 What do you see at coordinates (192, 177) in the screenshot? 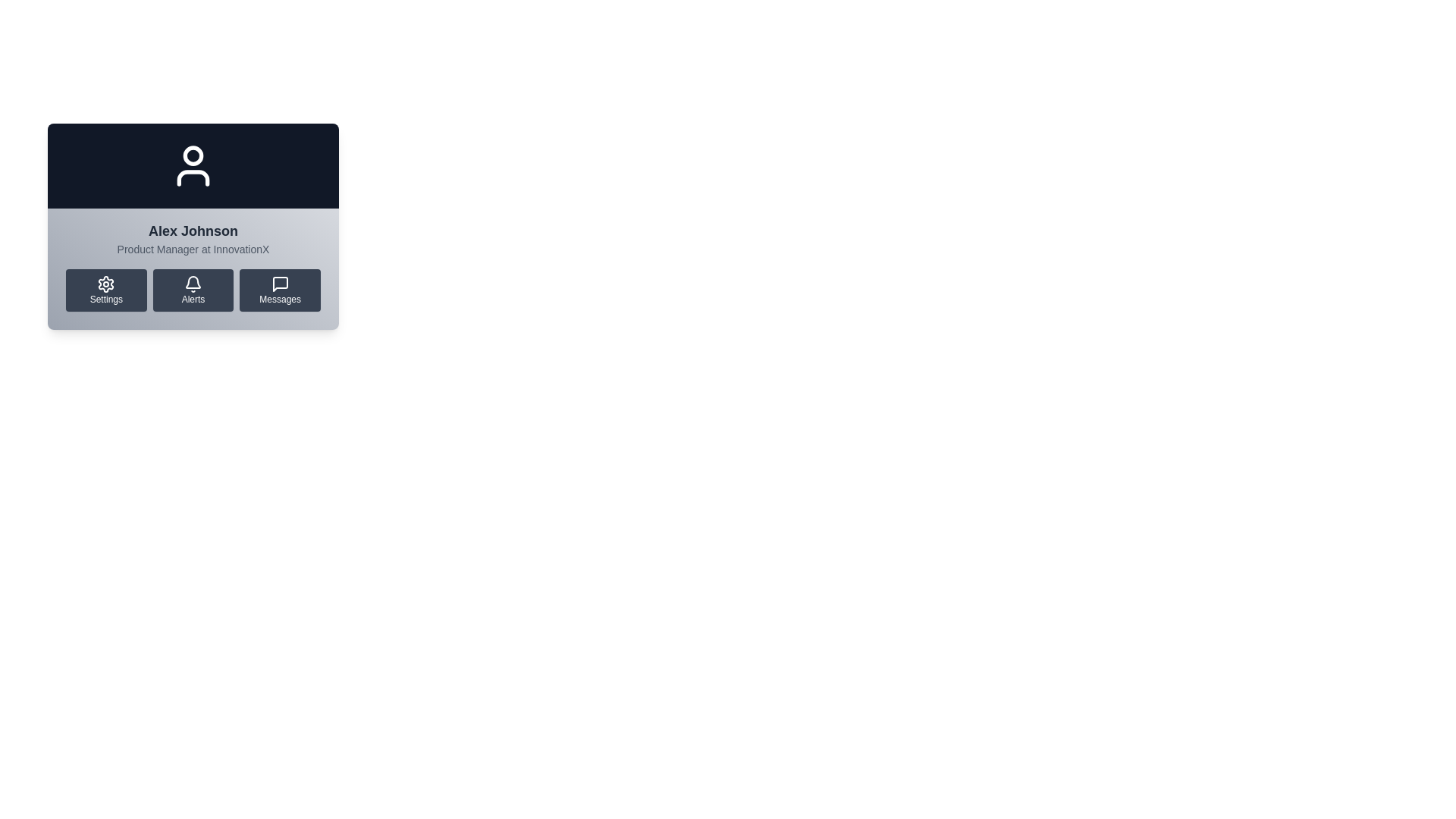
I see `the lower half of the user profile outline within the user profile icon located in the upper half of the interface card` at bounding box center [192, 177].